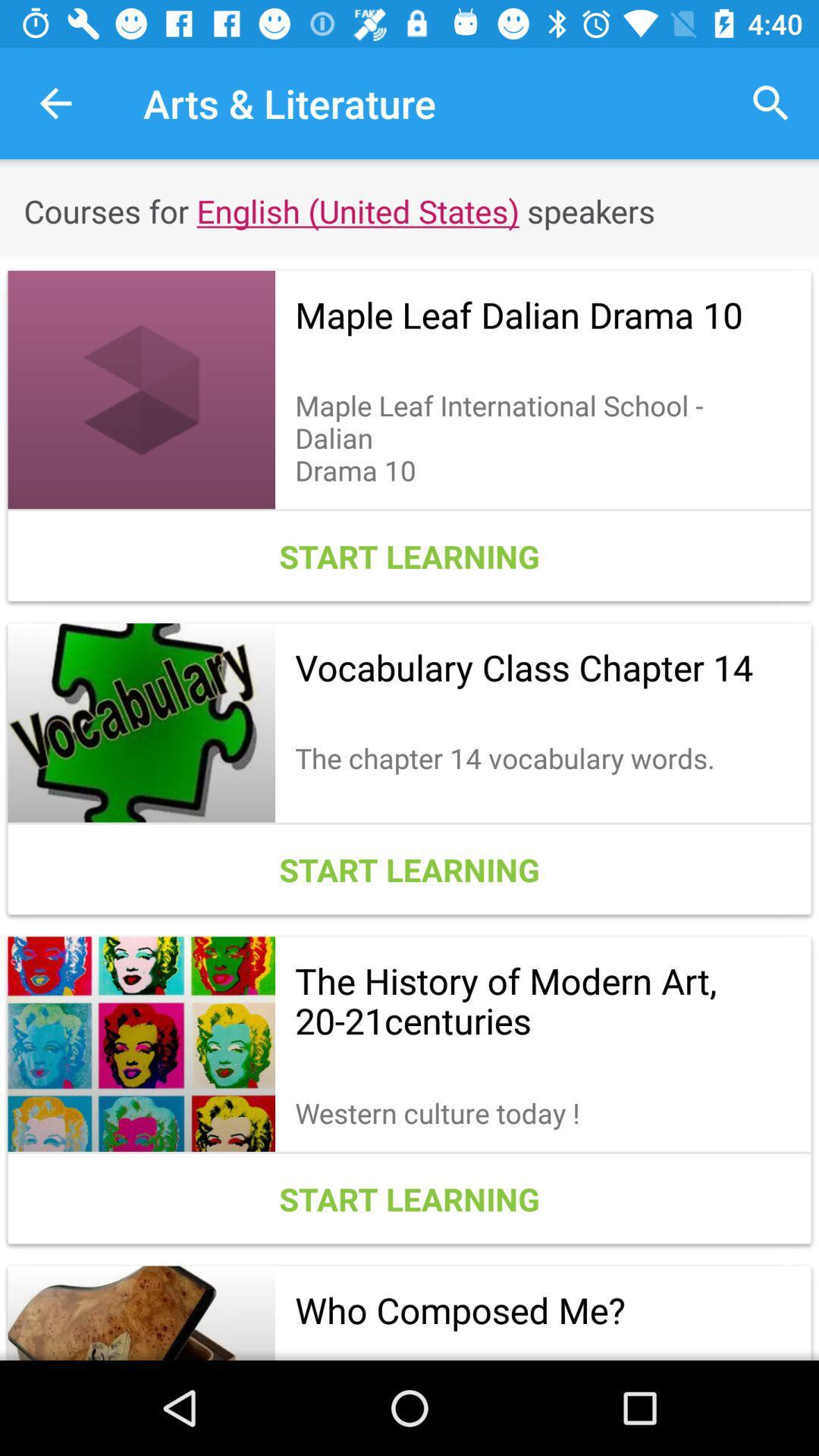 This screenshot has width=819, height=1456. Describe the element at coordinates (409, 210) in the screenshot. I see `the courses for english item` at that location.